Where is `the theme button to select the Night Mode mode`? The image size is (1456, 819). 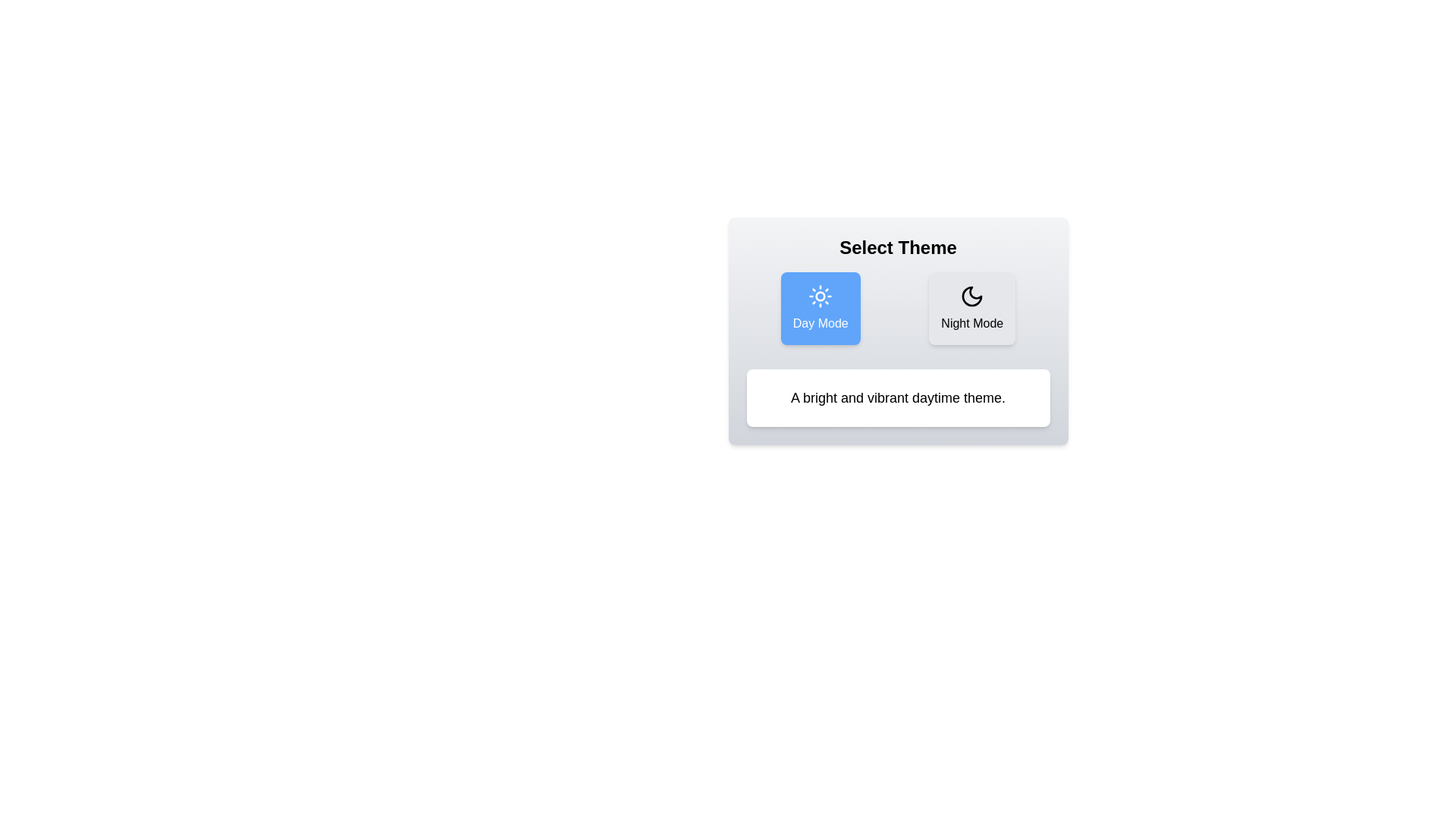
the theme button to select the Night Mode mode is located at coordinates (971, 308).